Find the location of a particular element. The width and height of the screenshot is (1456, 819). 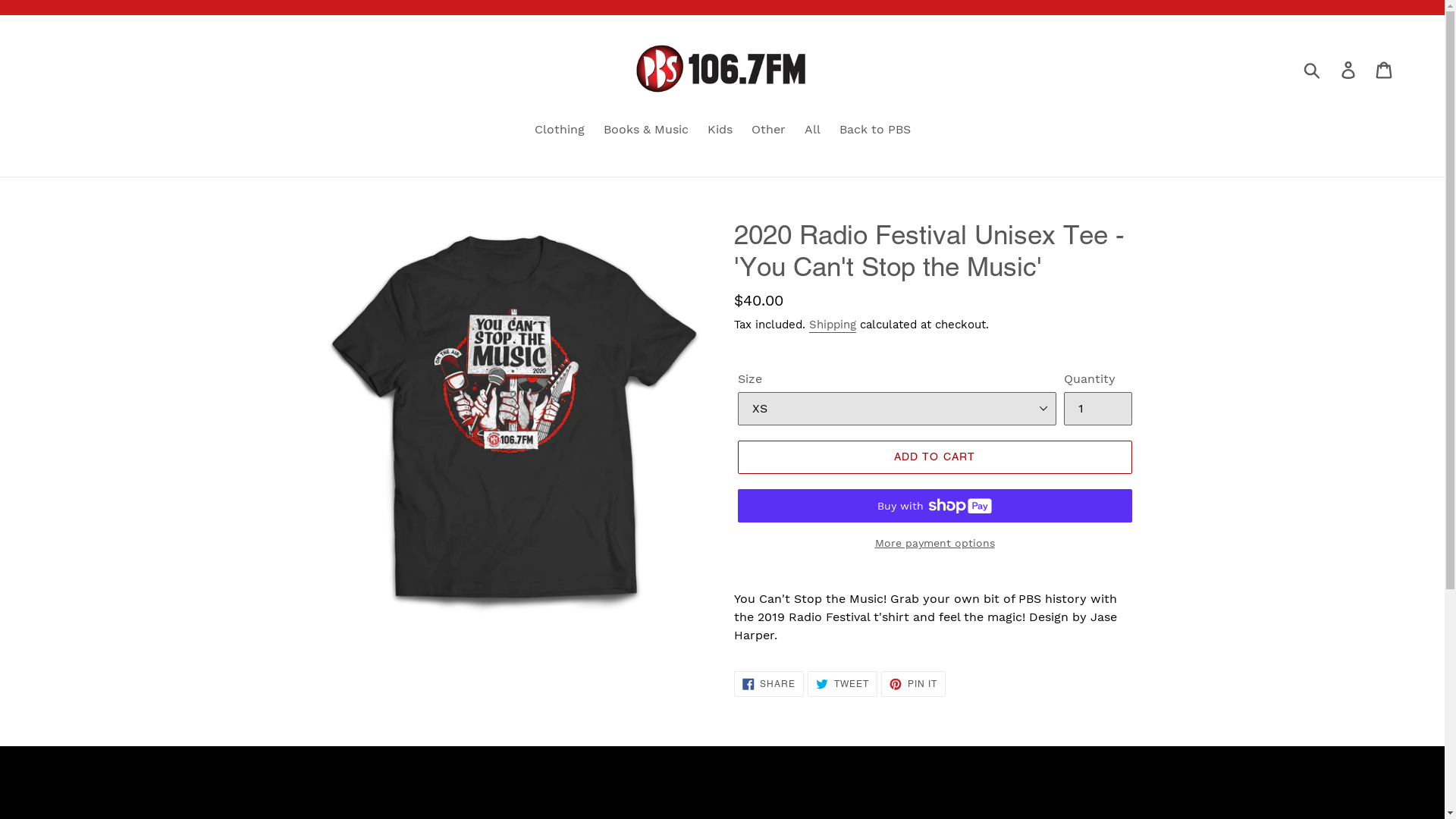

'SHARE is located at coordinates (769, 684).